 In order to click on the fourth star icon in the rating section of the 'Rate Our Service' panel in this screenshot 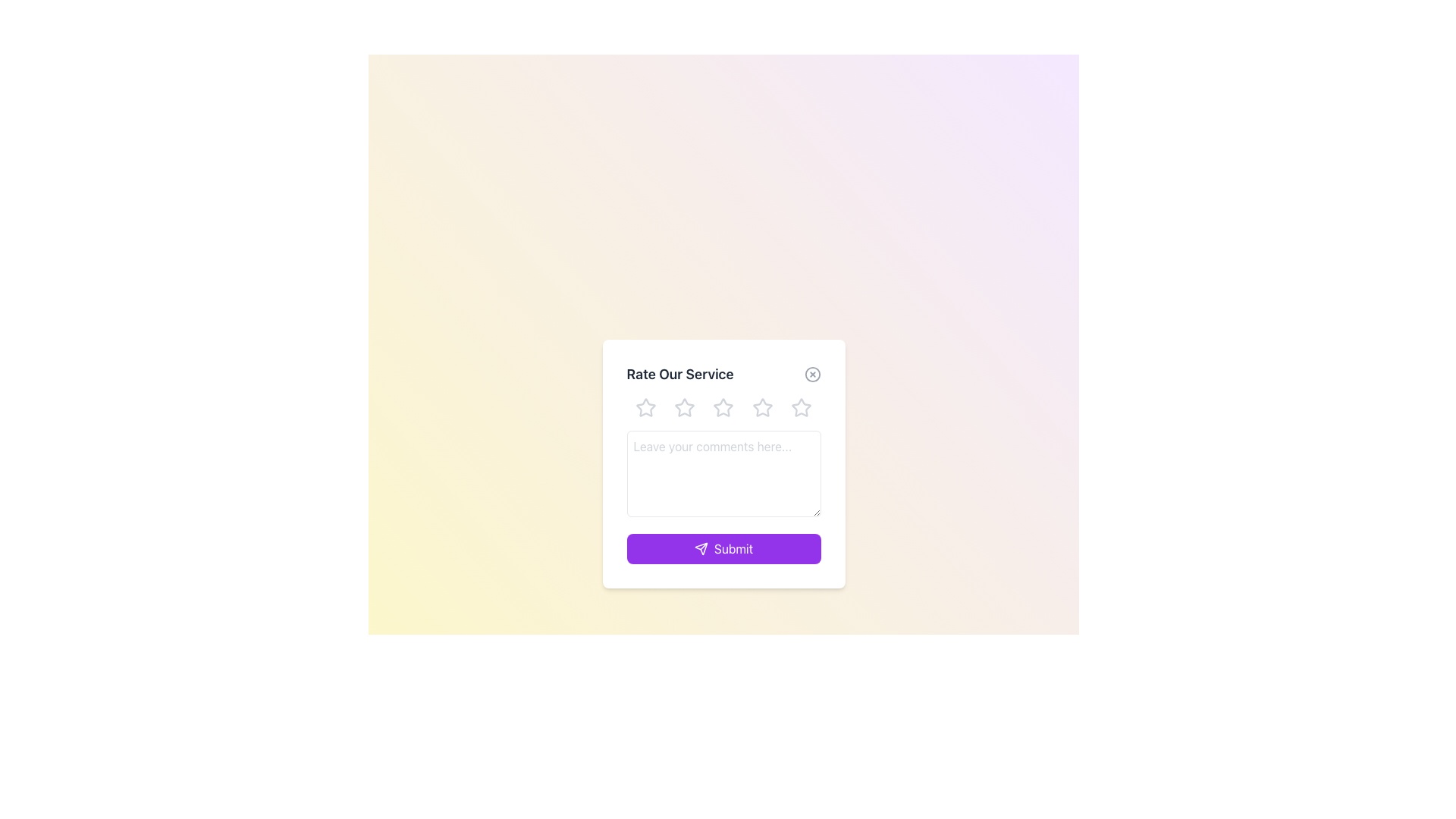, I will do `click(762, 406)`.